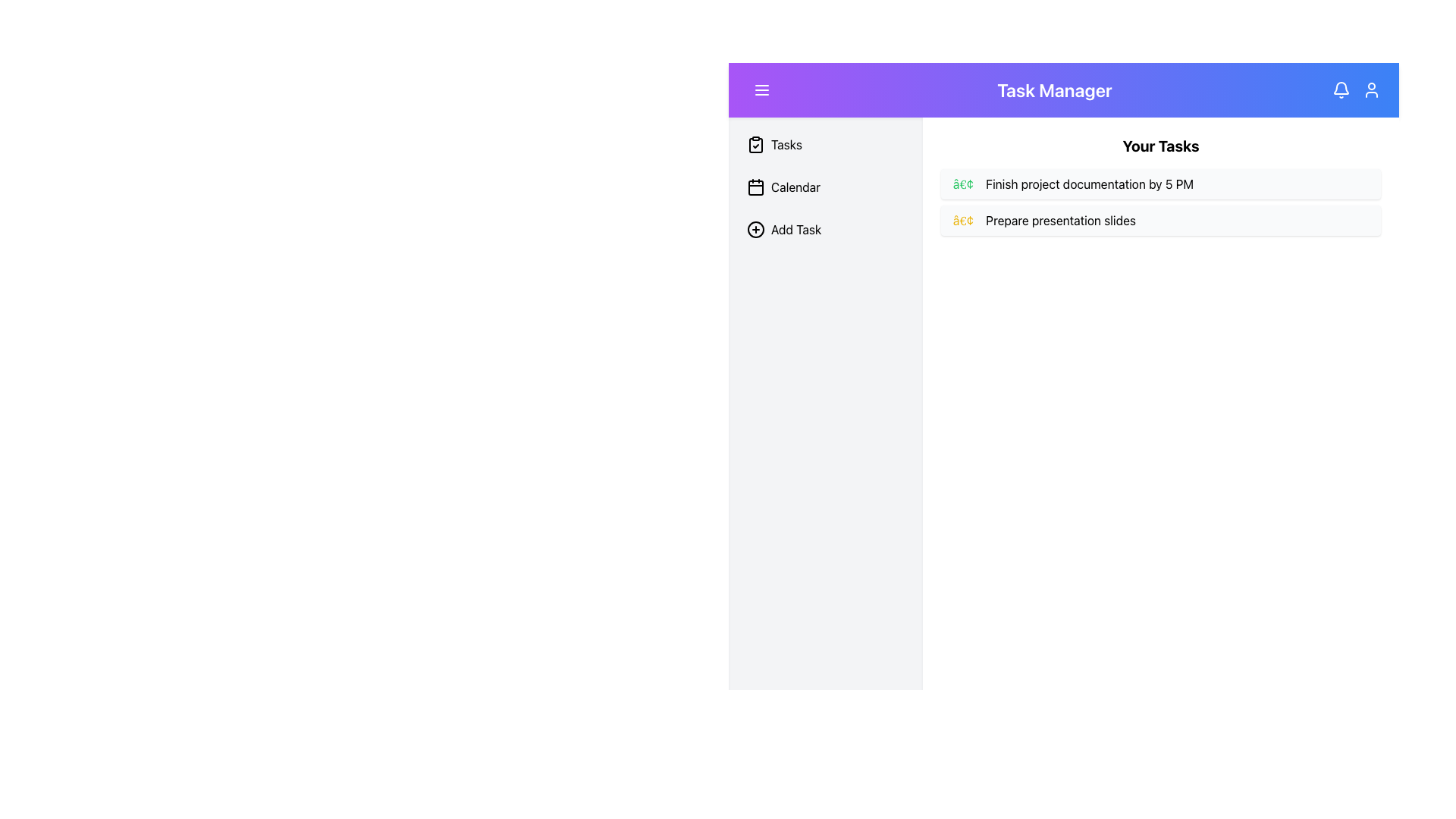 Image resolution: width=1456 pixels, height=819 pixels. What do you see at coordinates (756, 186) in the screenshot?
I see `the calendar icon located in the left sidebar, positioned below the 'Tasks' icon and above the 'Add Task' icon` at bounding box center [756, 186].